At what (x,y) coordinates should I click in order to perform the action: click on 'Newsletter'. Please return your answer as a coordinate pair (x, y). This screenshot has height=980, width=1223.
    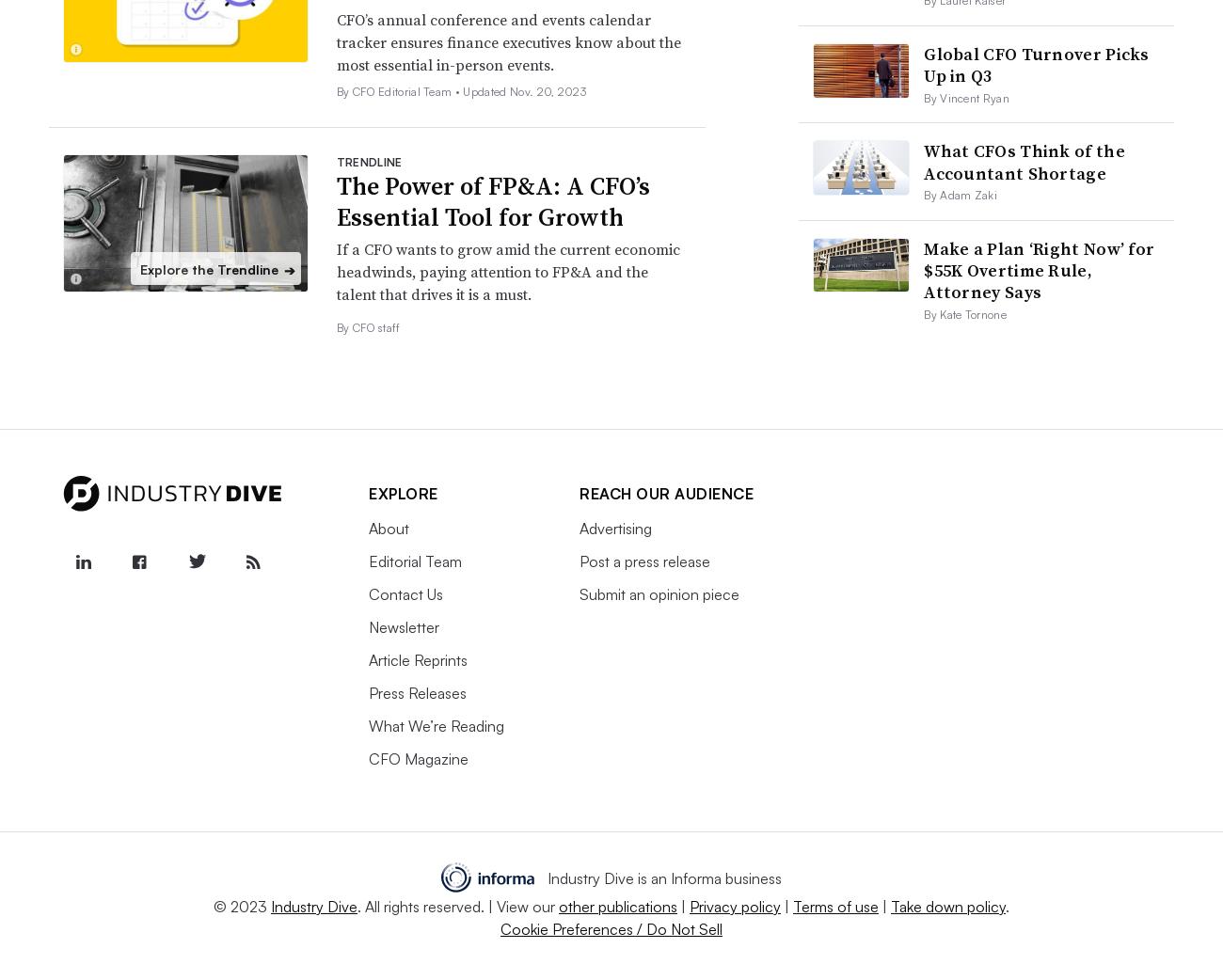
    Looking at the image, I should click on (404, 626).